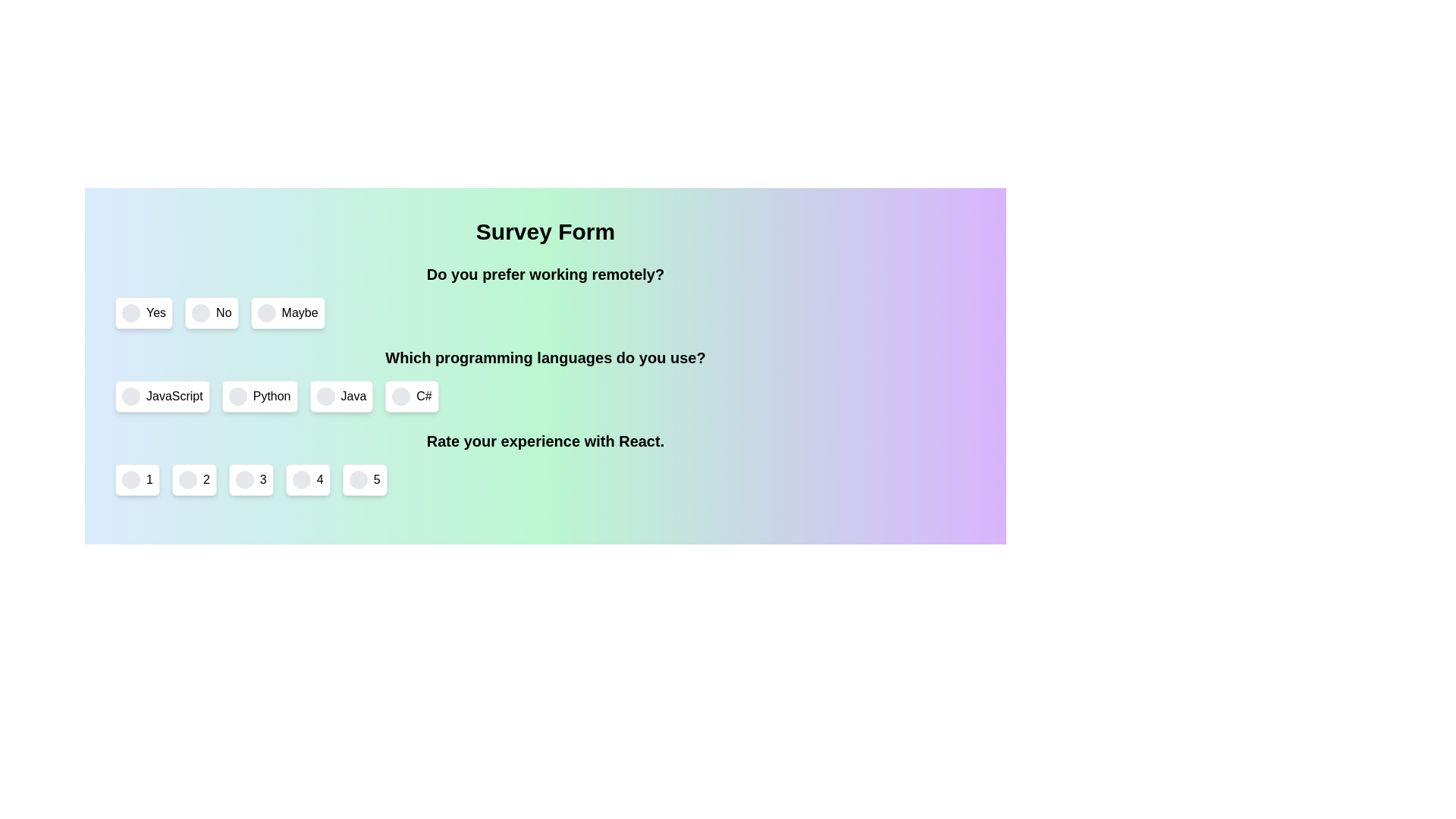  Describe the element at coordinates (149, 479) in the screenshot. I see `the static text label displaying the numeral '1', which is part of a selection interface for rating options, positioned to the right of a circular button` at that location.